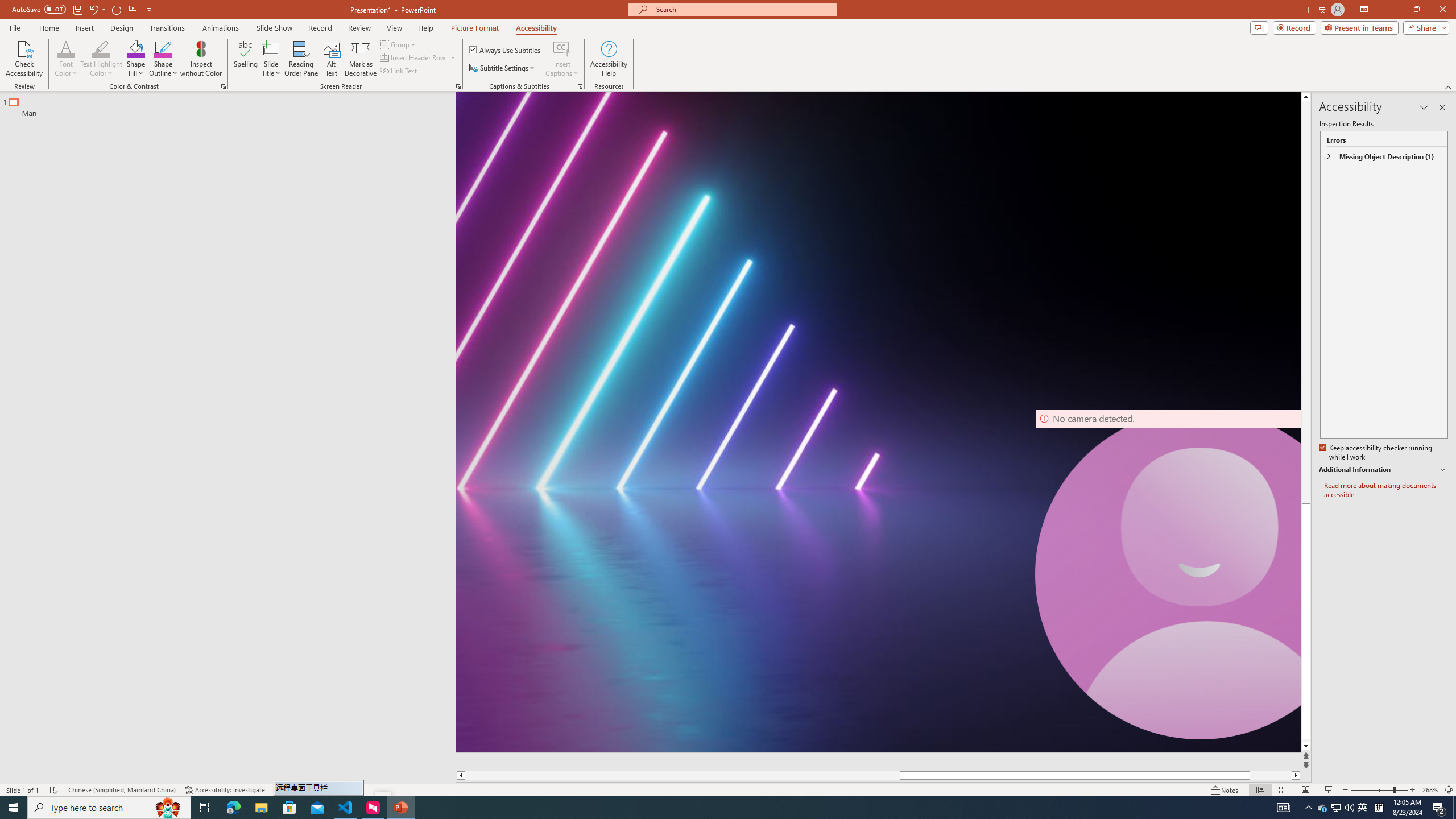  I want to click on 'Captions & Subtitles', so click(580, 85).